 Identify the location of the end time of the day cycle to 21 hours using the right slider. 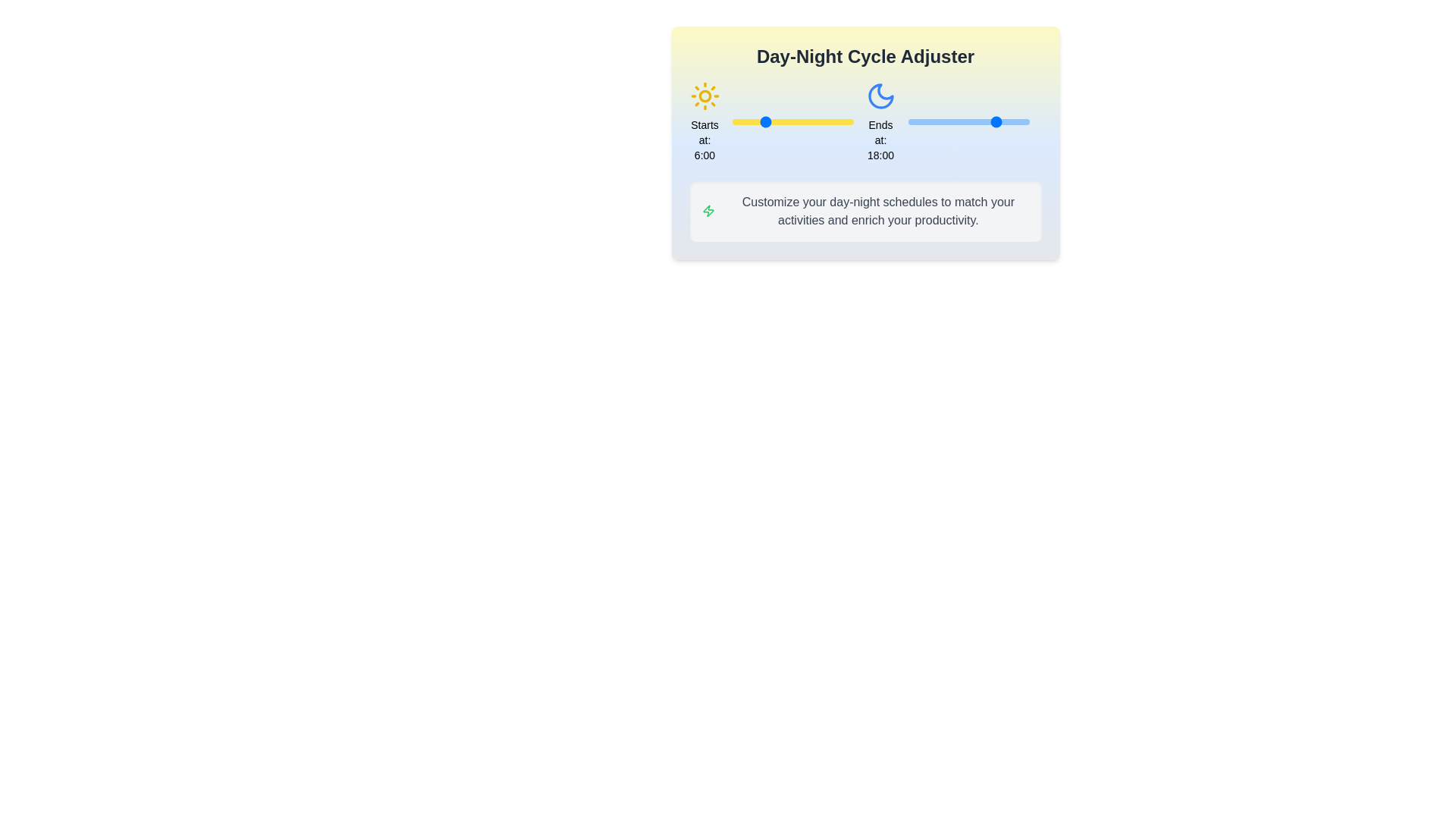
(1014, 121).